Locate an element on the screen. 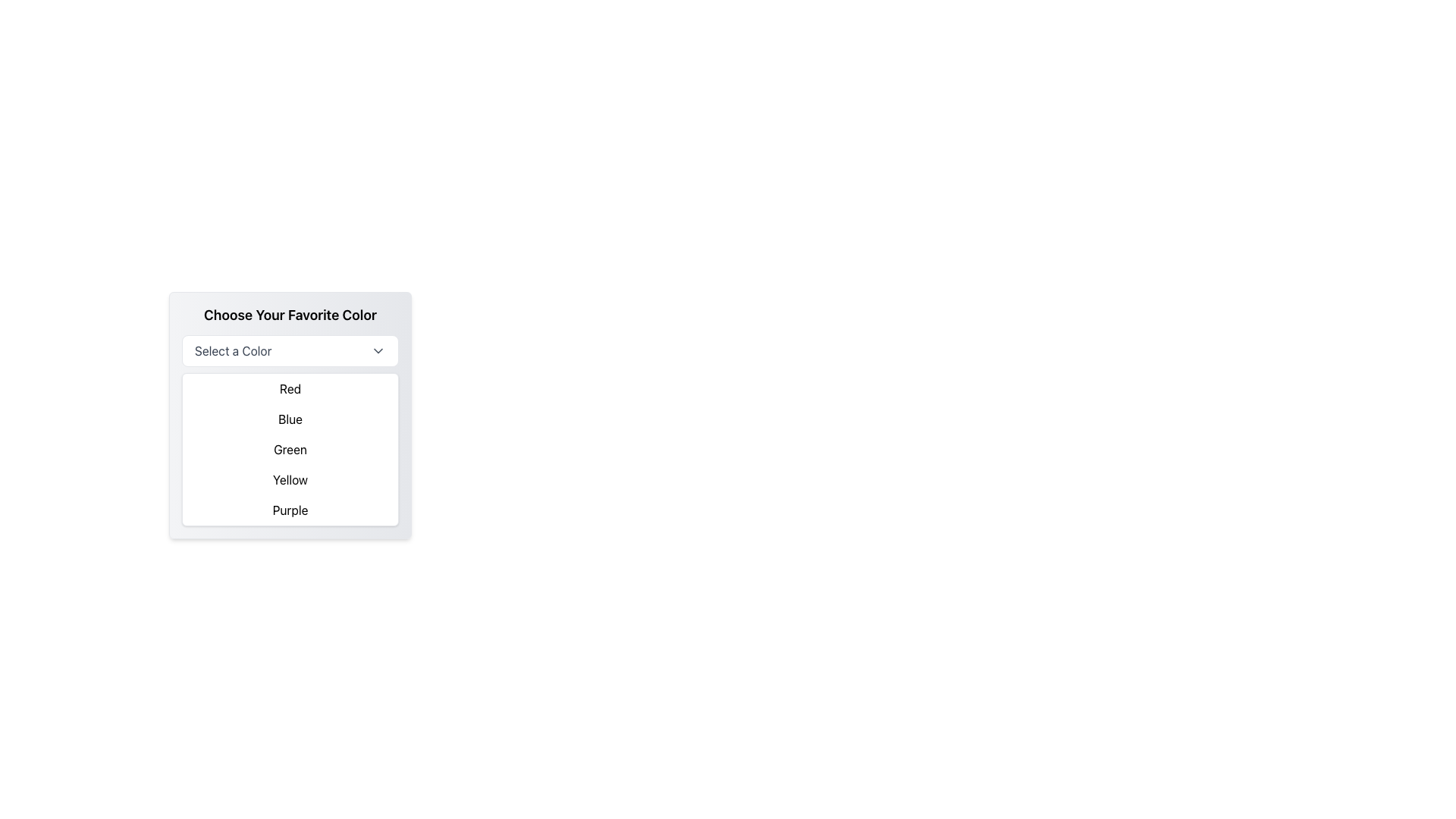  the text label inside the dropdown menu that guides the user to make a color selection, located adjacent to the chevron-down icon is located at coordinates (232, 350).